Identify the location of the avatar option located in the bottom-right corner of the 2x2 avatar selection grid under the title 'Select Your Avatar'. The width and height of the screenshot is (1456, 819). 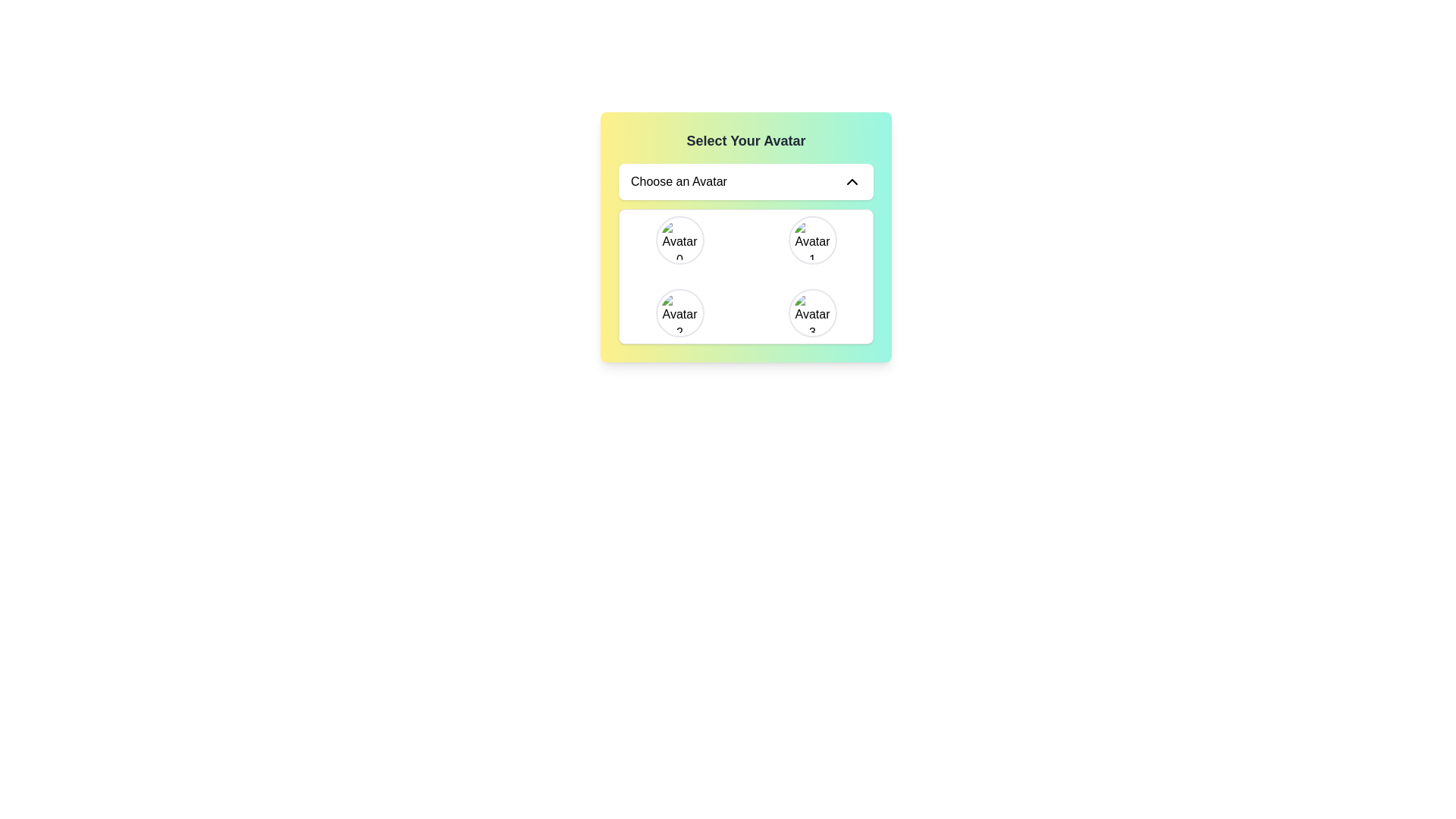
(811, 312).